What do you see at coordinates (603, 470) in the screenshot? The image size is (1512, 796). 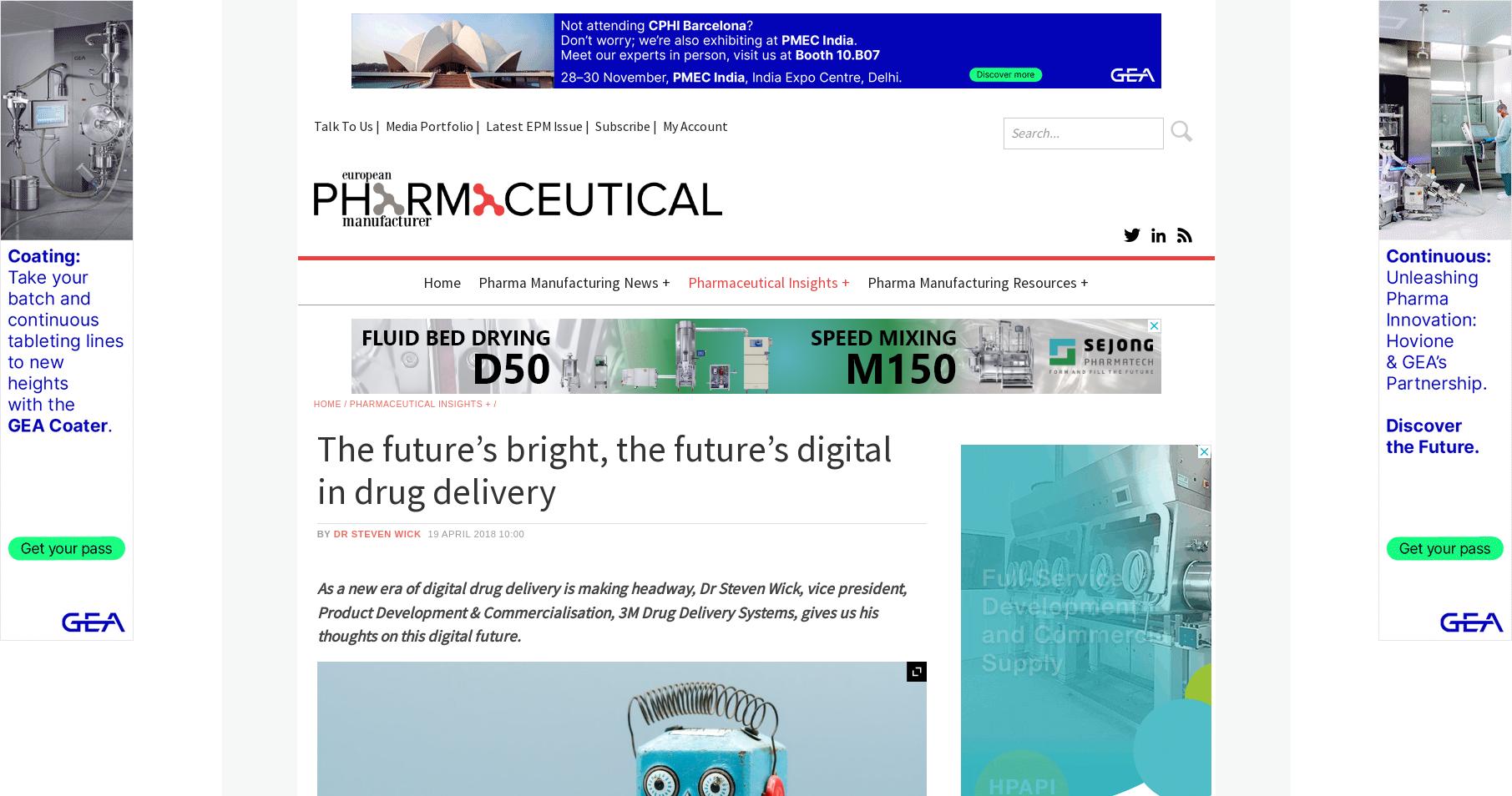 I see `'The future’s bright, the future’s digital in drug delivery'` at bounding box center [603, 470].